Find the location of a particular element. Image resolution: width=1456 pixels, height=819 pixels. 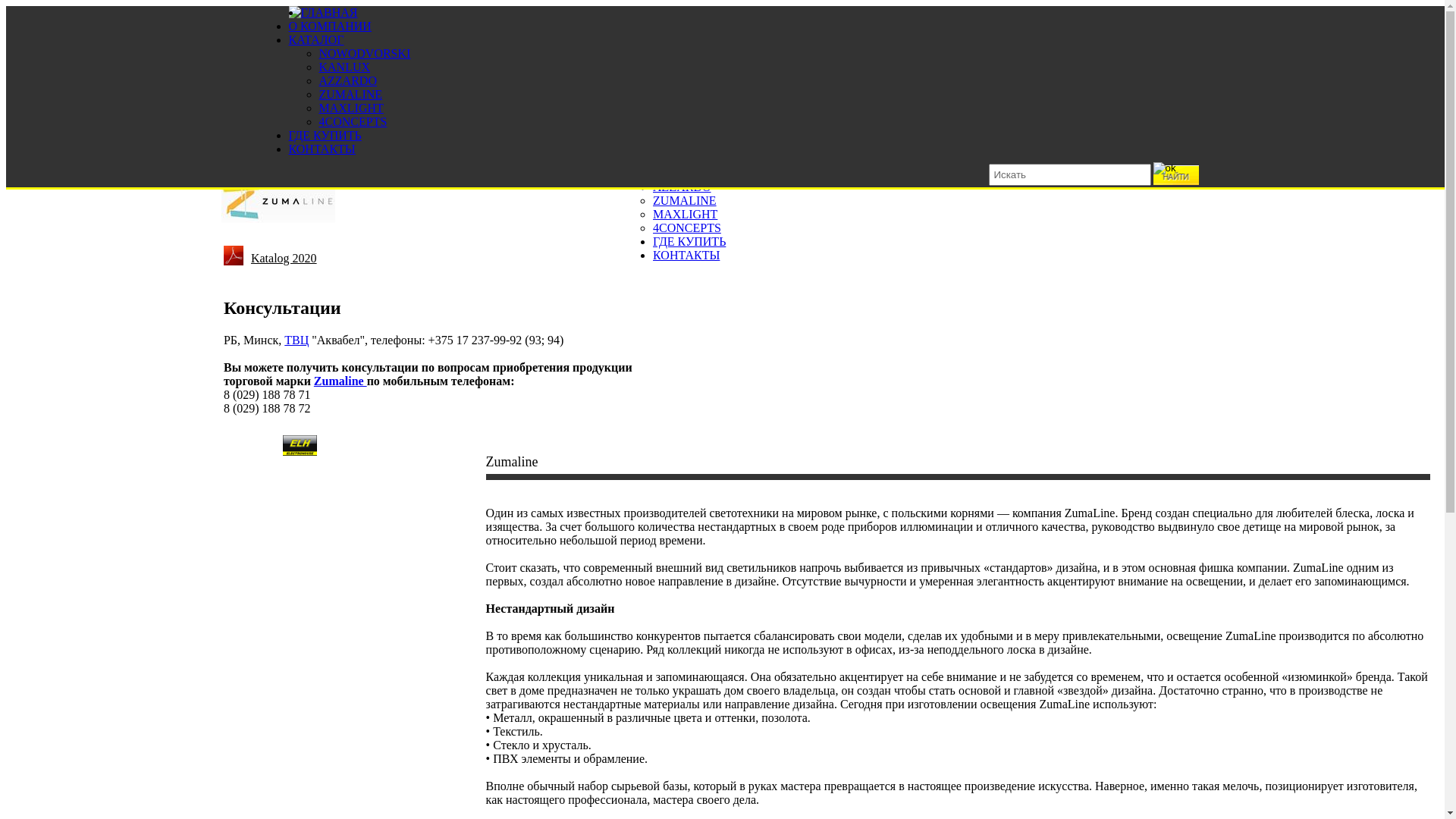

'ZUMALINE' is located at coordinates (683, 199).